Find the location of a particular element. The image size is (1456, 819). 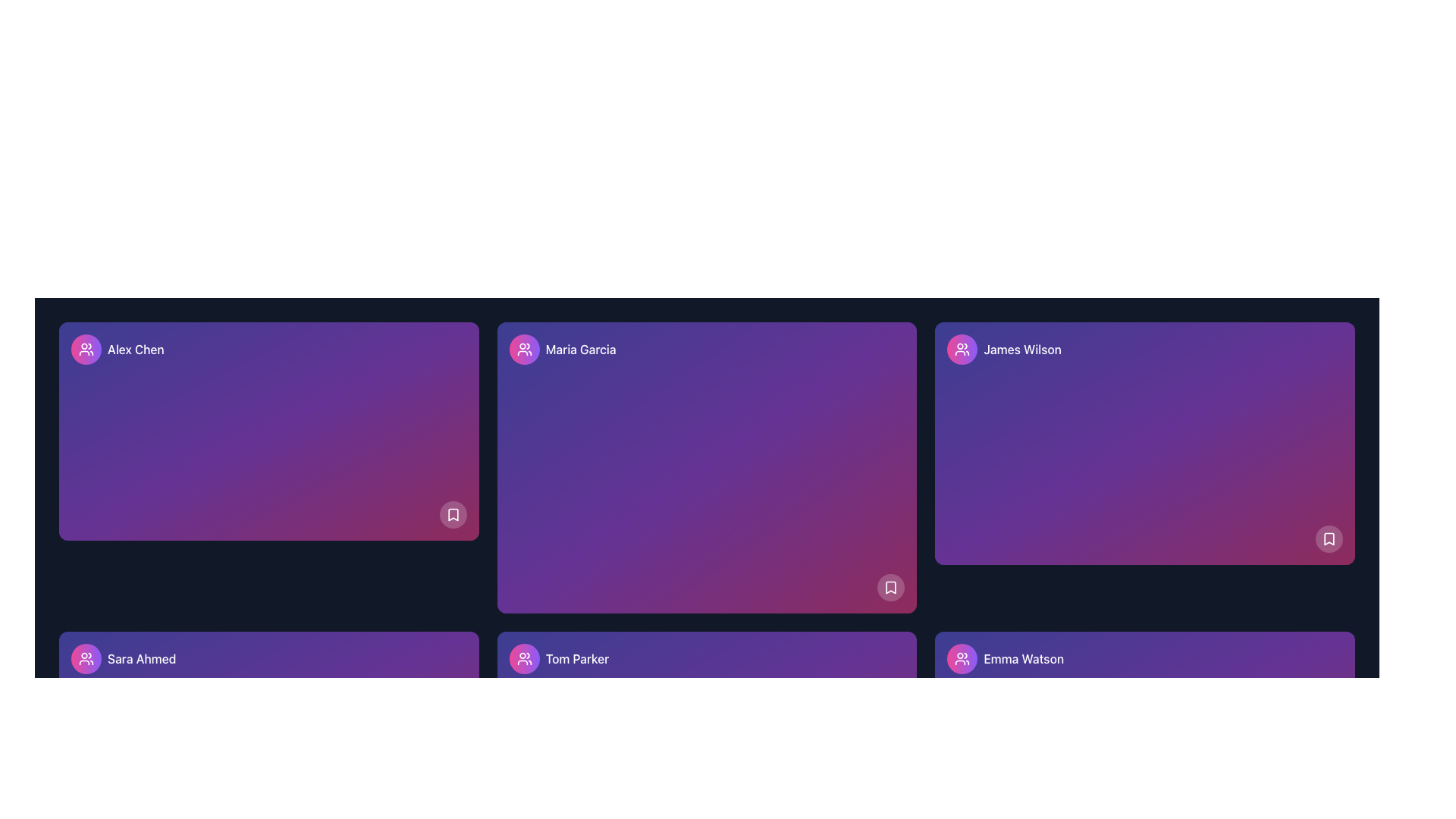

the circular icon that transitions from pink to violet, featuring a white user group icon, located at the top-left corner of the 'Tom Parker' card is located at coordinates (524, 657).